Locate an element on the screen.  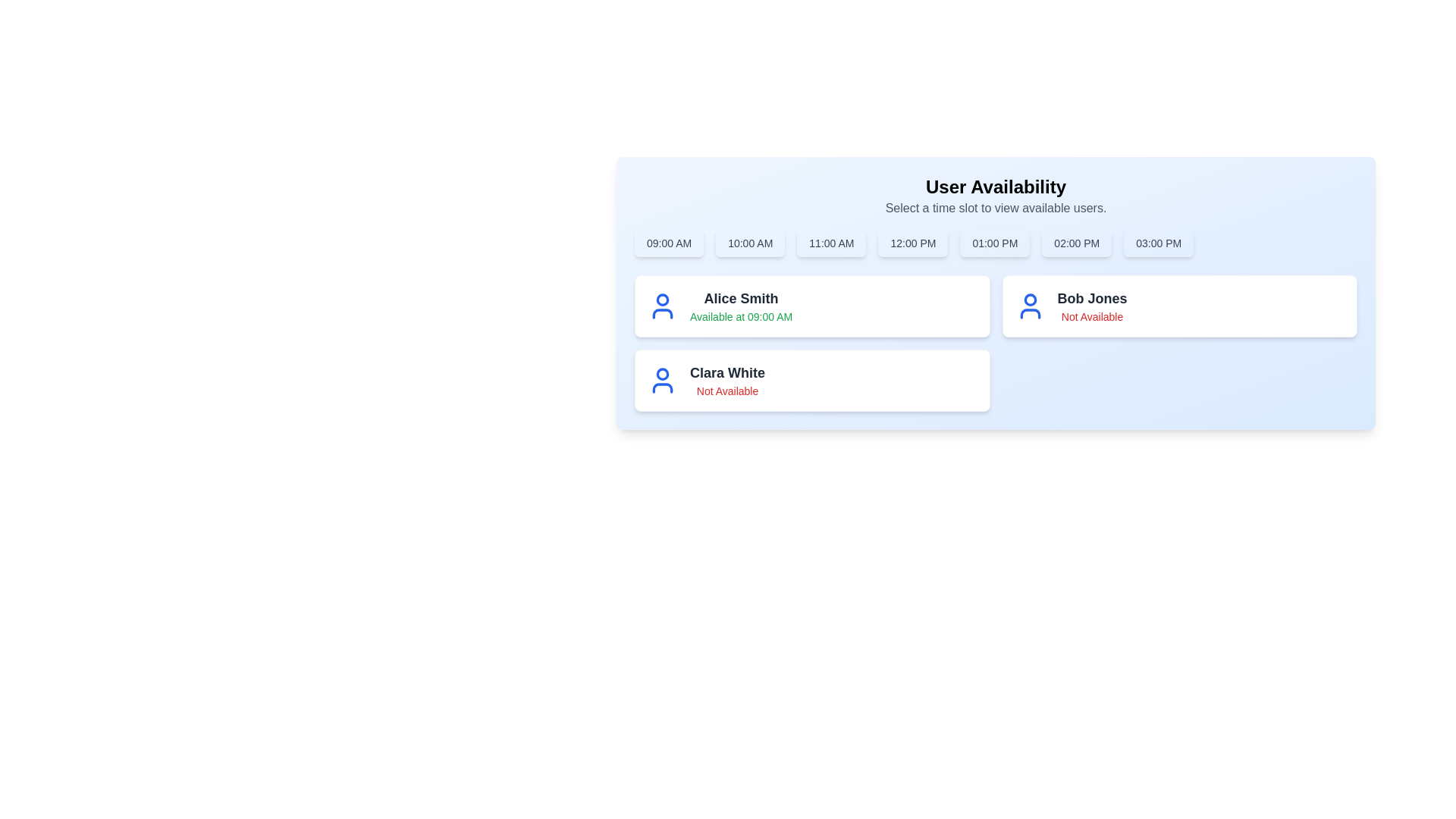
the instructional static text located directly beneath the 'User Availability' heading, which guides users on the purpose of the time slot interface is located at coordinates (996, 208).